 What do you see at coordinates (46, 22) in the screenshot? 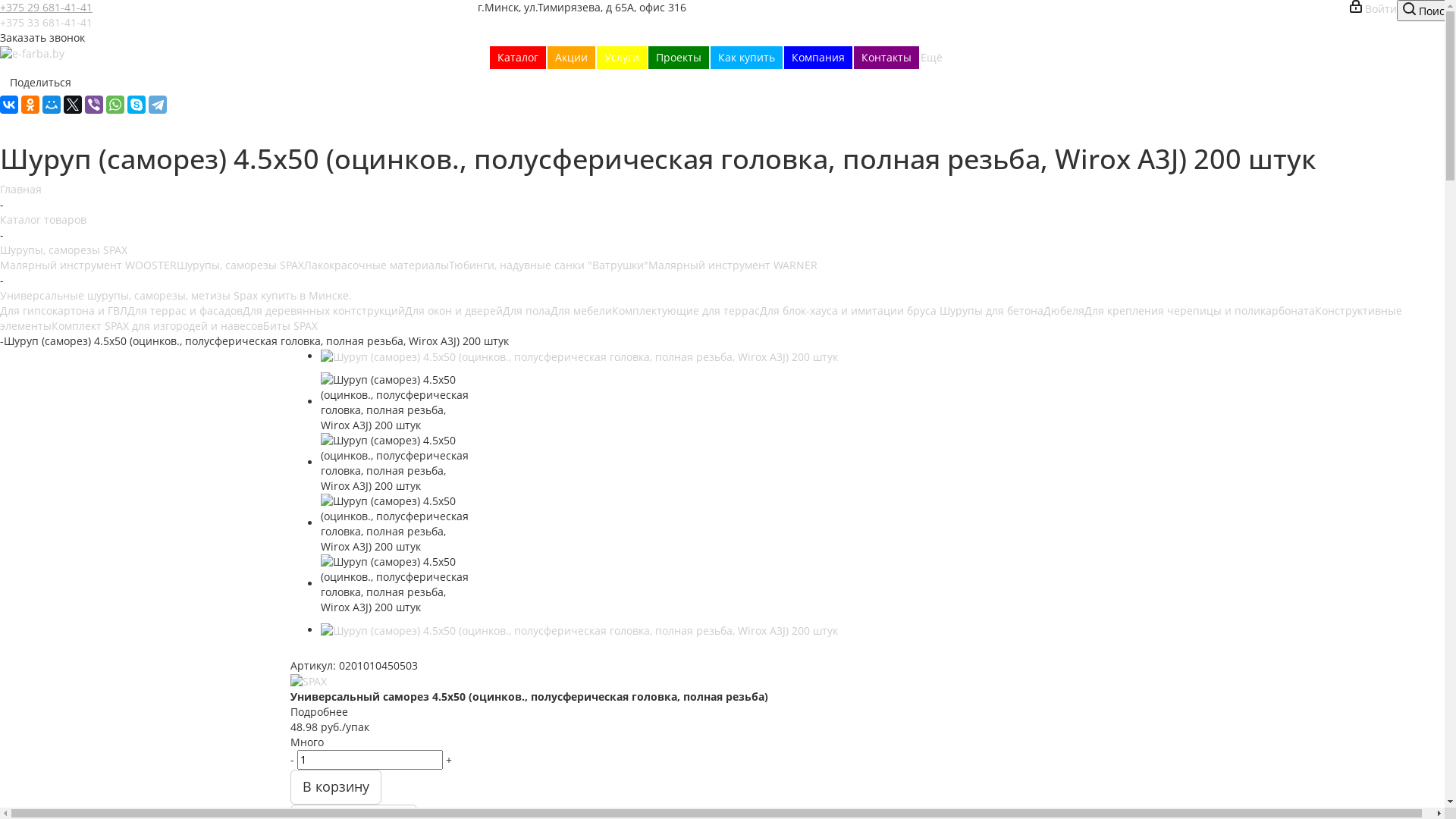
I see `'+375 33 681-41-41'` at bounding box center [46, 22].